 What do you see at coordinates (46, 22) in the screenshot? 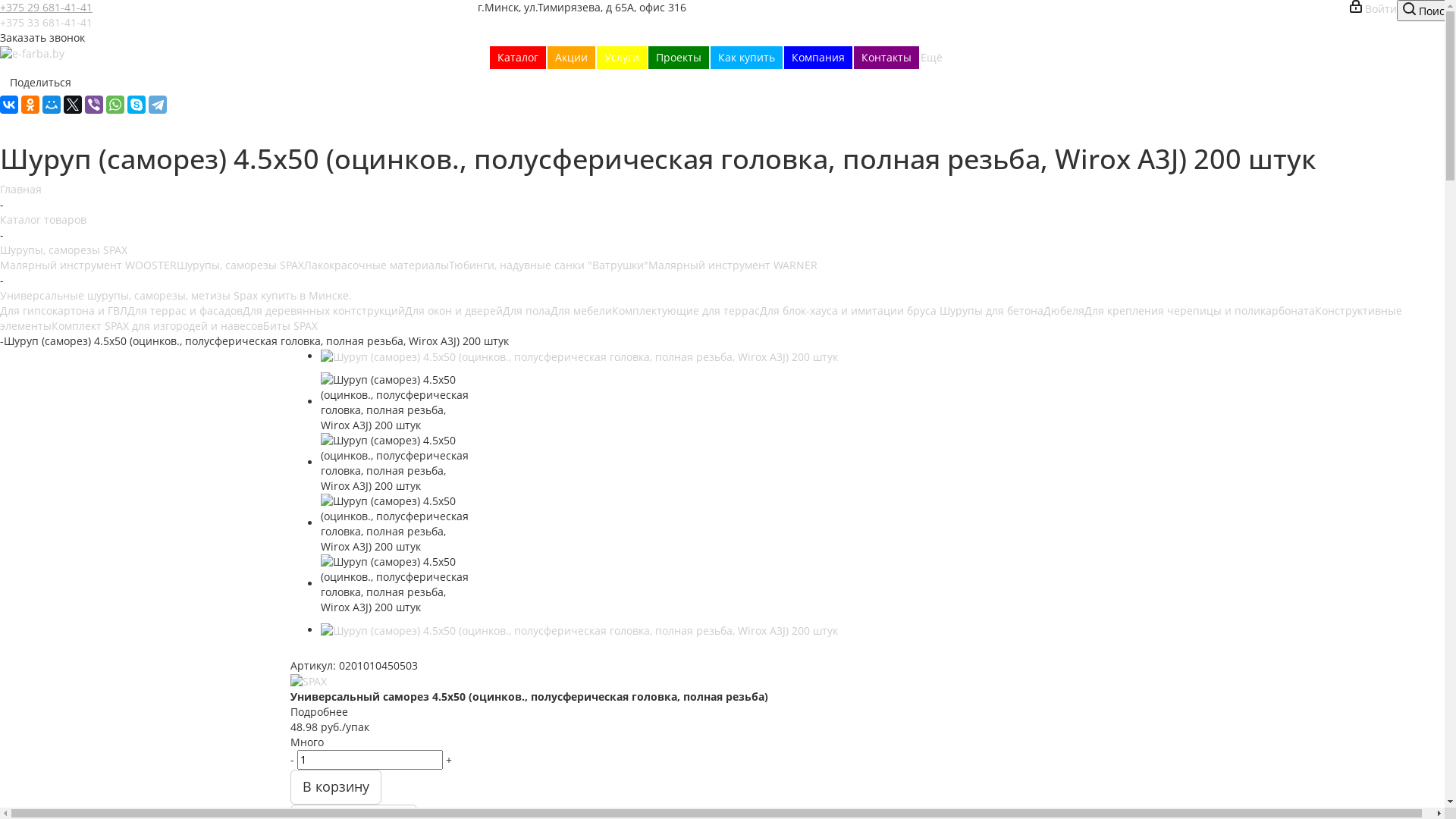
I see `'+375 33 681-41-41'` at bounding box center [46, 22].